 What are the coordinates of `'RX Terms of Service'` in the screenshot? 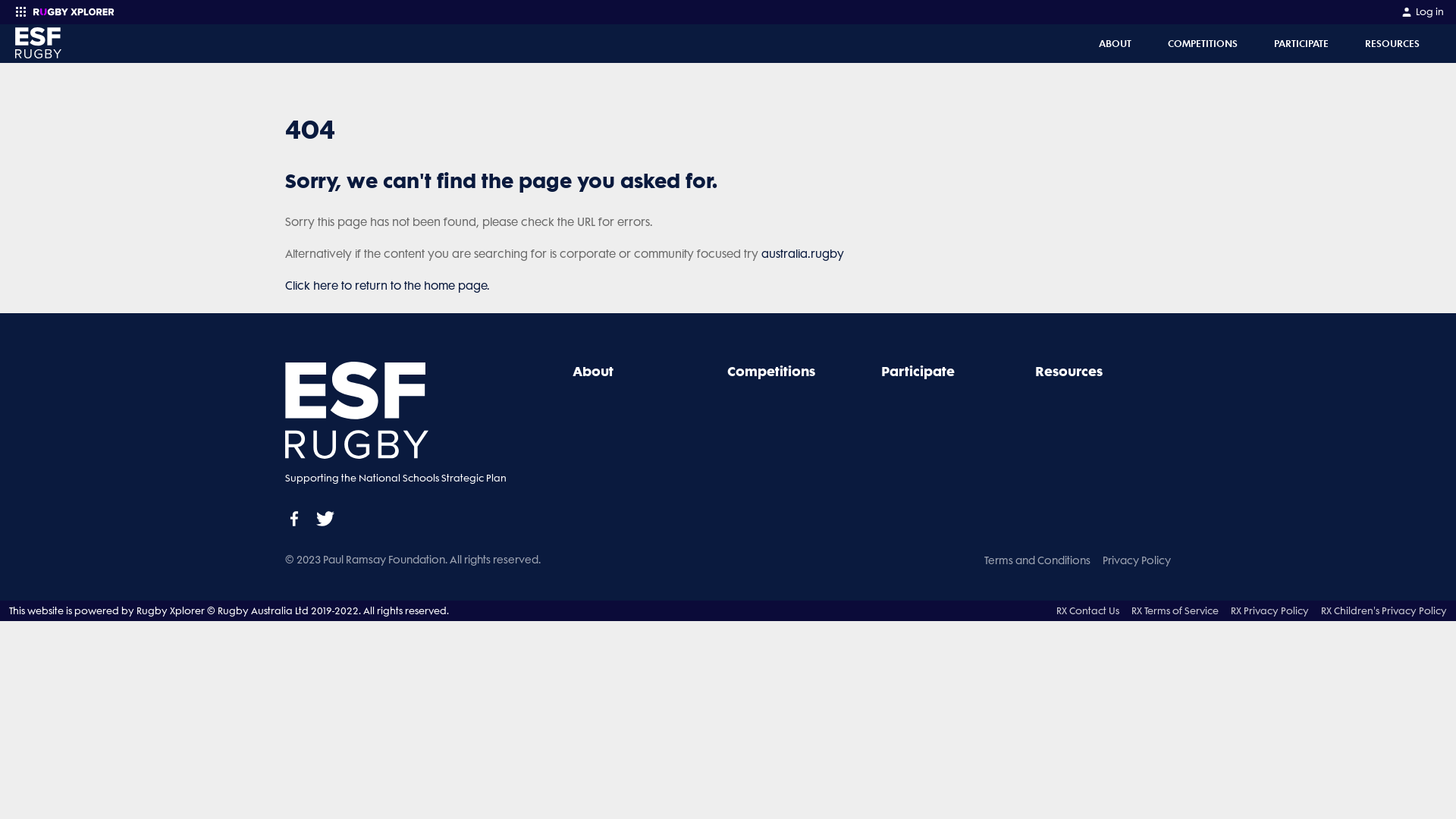 It's located at (1174, 610).